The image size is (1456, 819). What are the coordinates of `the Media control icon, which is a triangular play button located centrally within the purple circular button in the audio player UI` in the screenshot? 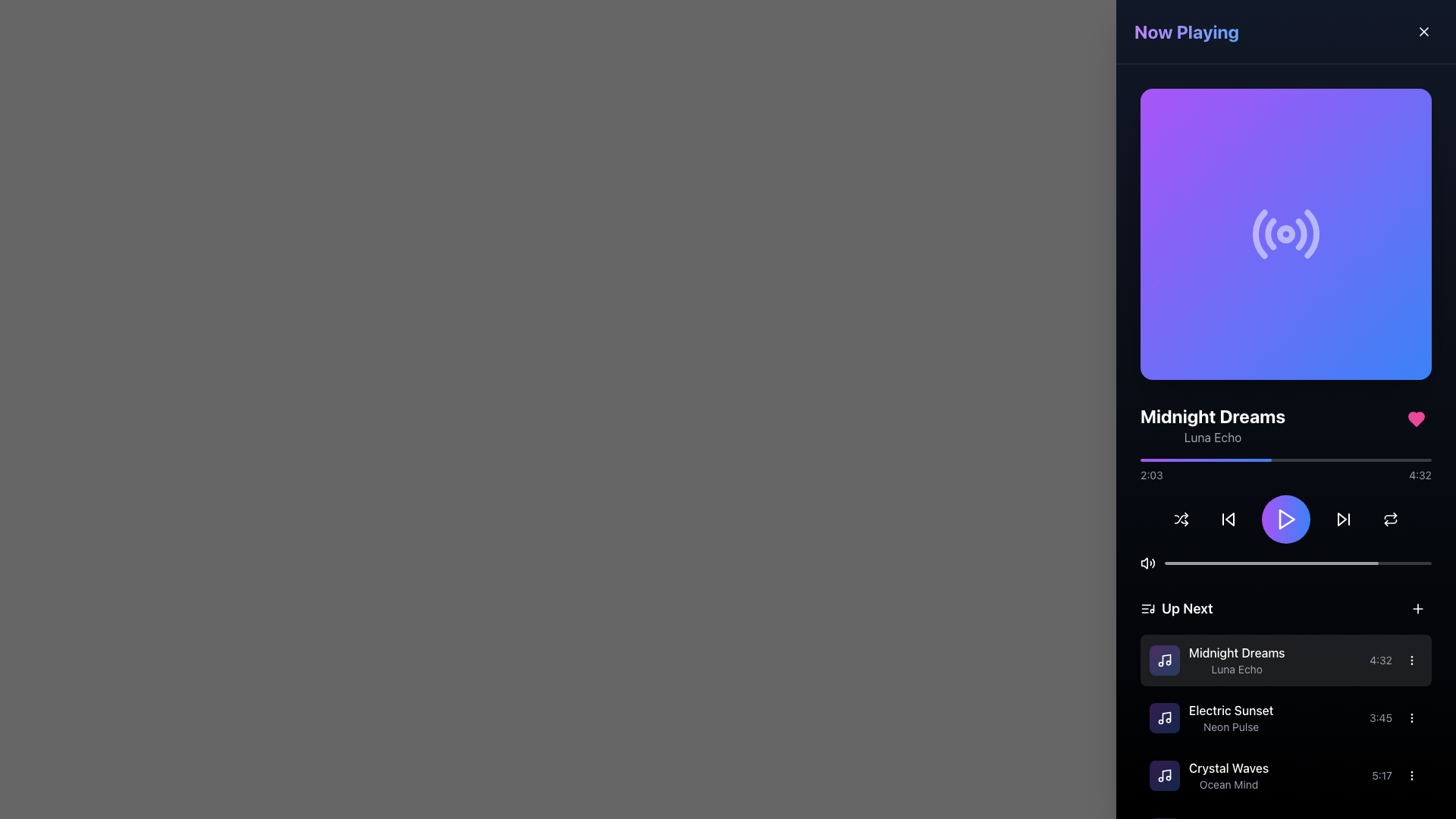 It's located at (1286, 519).